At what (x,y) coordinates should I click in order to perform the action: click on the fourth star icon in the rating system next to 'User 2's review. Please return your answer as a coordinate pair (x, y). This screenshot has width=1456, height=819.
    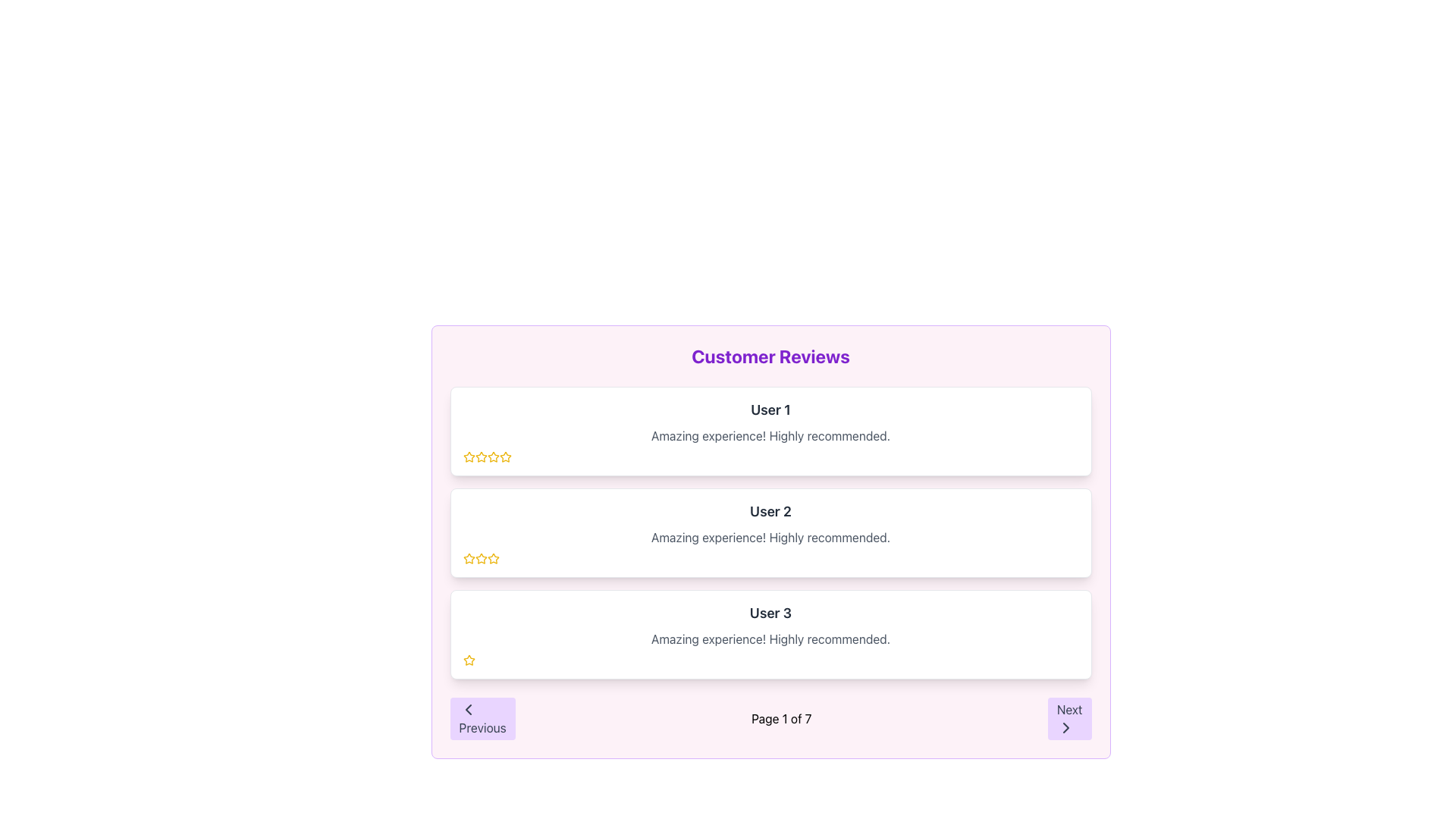
    Looking at the image, I should click on (493, 558).